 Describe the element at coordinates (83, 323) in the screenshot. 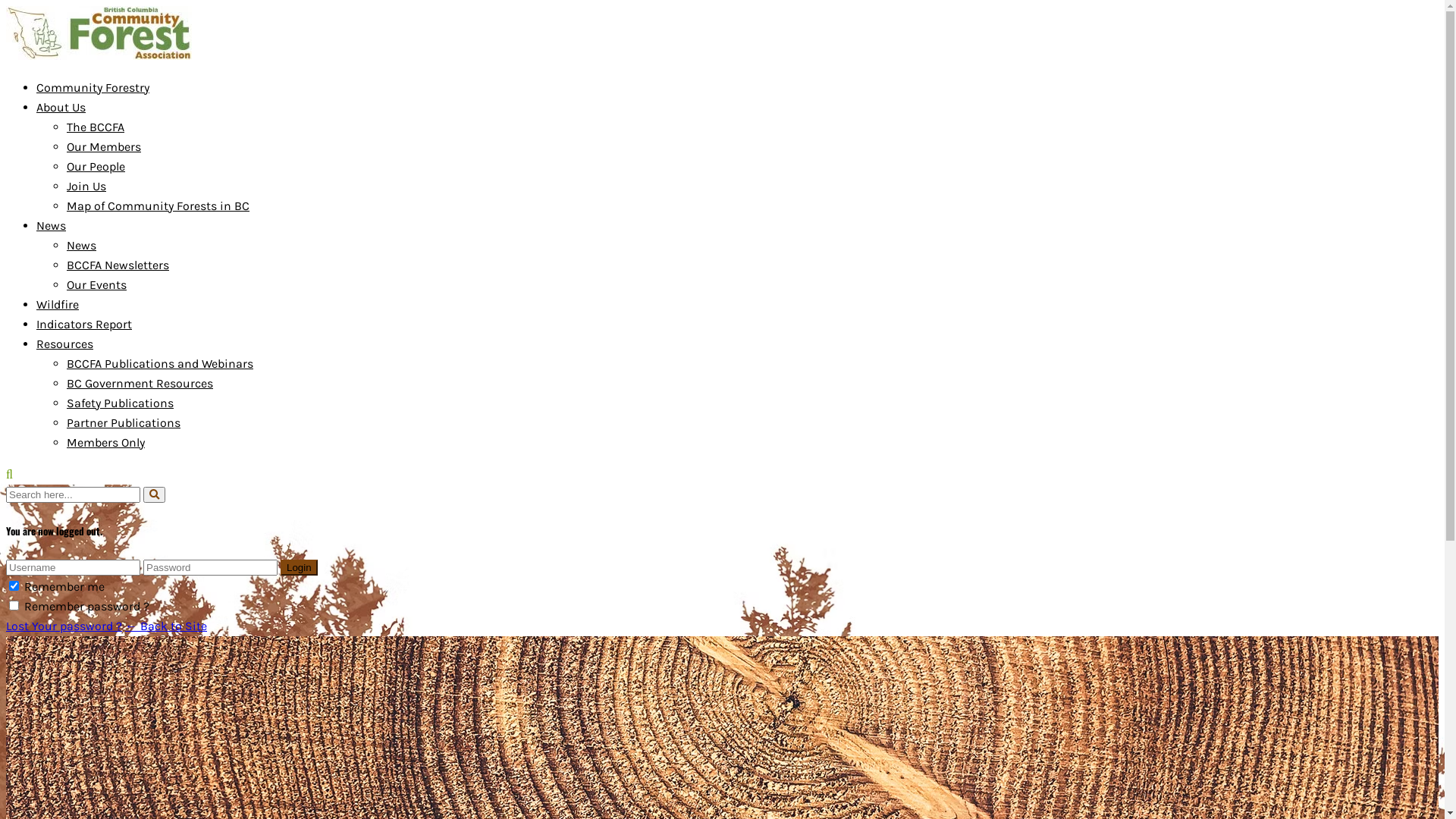

I see `'Indicators Report'` at that location.